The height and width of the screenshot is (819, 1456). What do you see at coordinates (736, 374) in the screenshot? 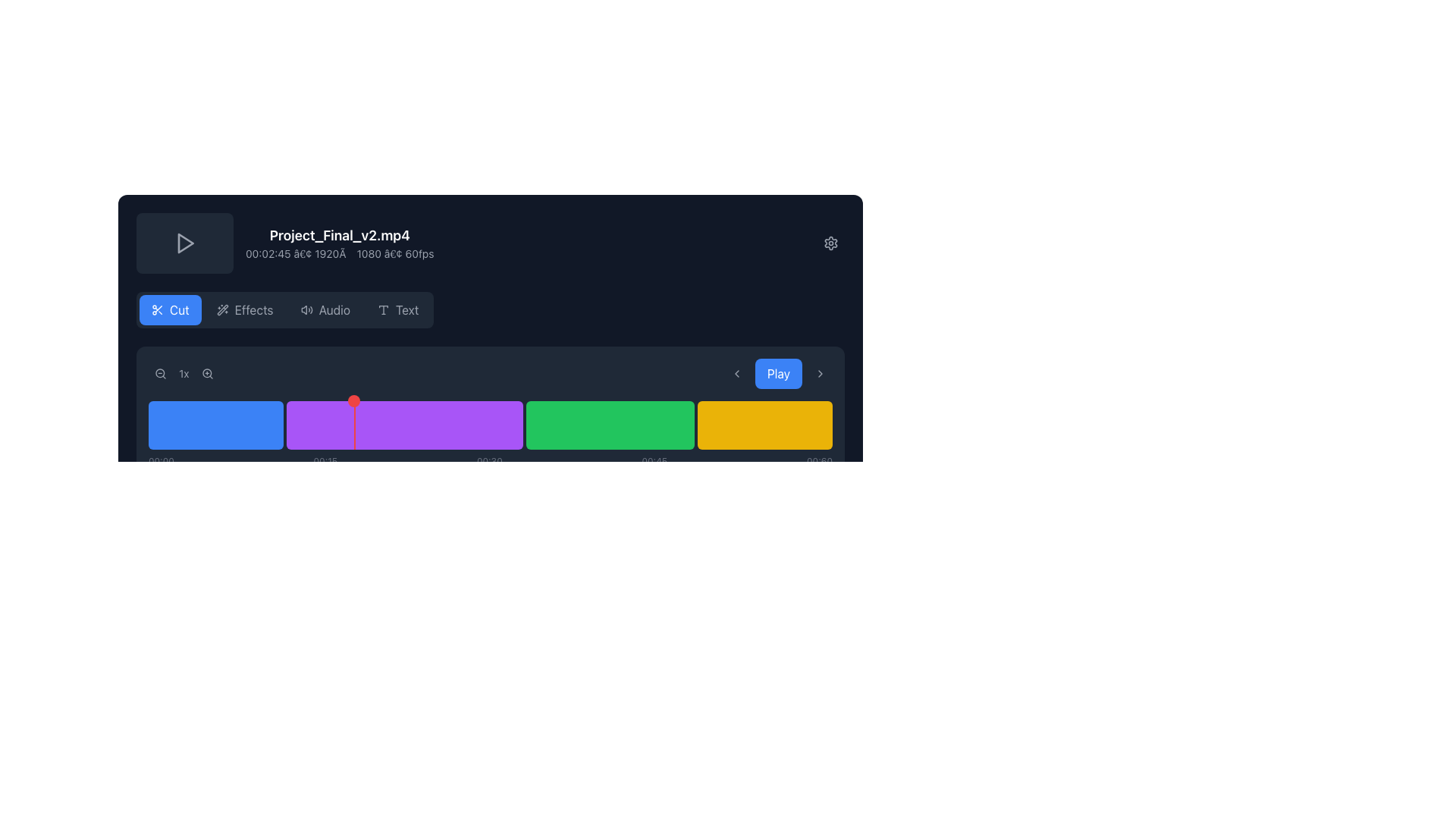
I see `the left-facing chevron icon within the button` at bounding box center [736, 374].